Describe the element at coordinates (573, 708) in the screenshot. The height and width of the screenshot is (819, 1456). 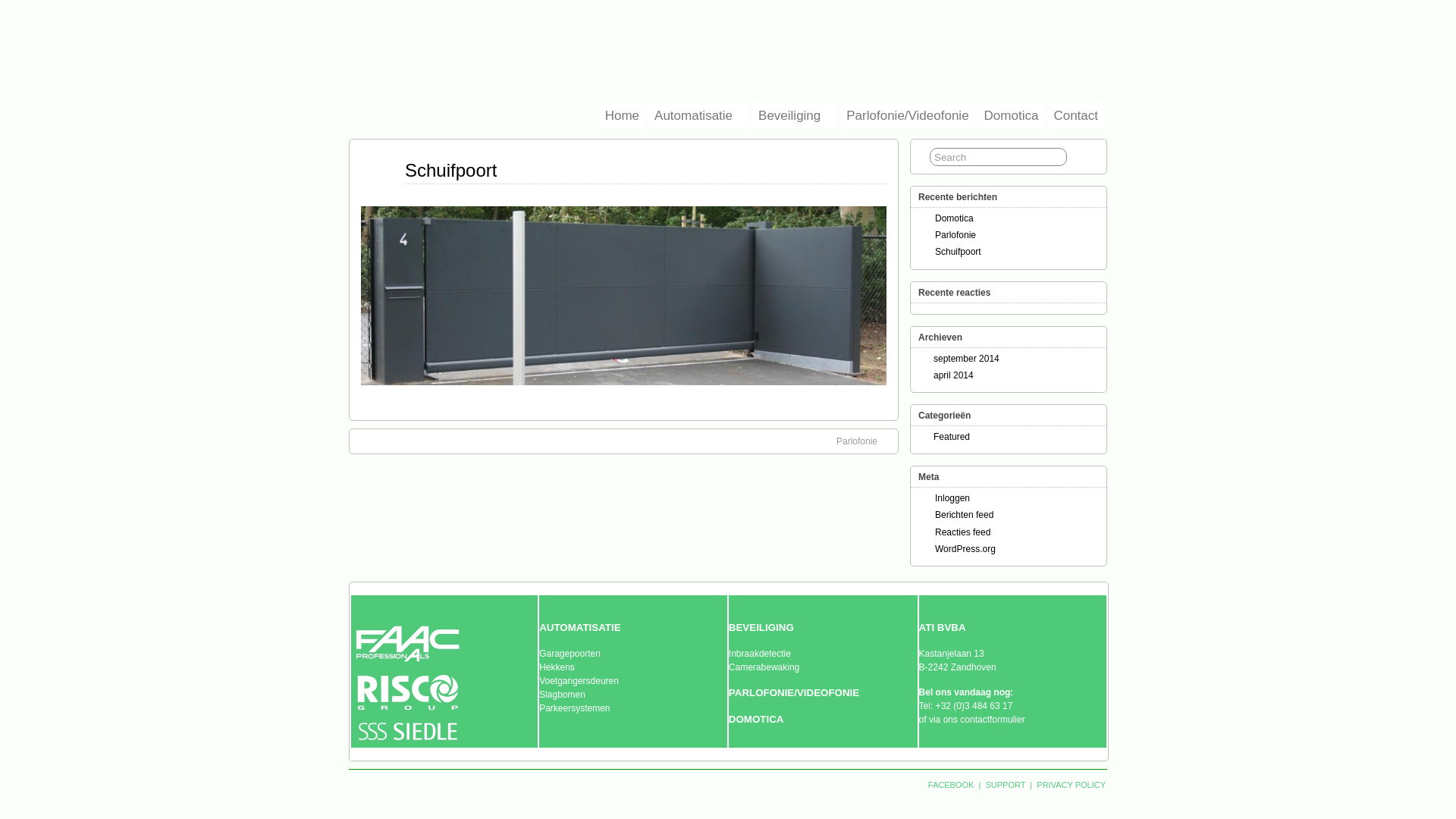
I see `'Parkeersystemen'` at that location.